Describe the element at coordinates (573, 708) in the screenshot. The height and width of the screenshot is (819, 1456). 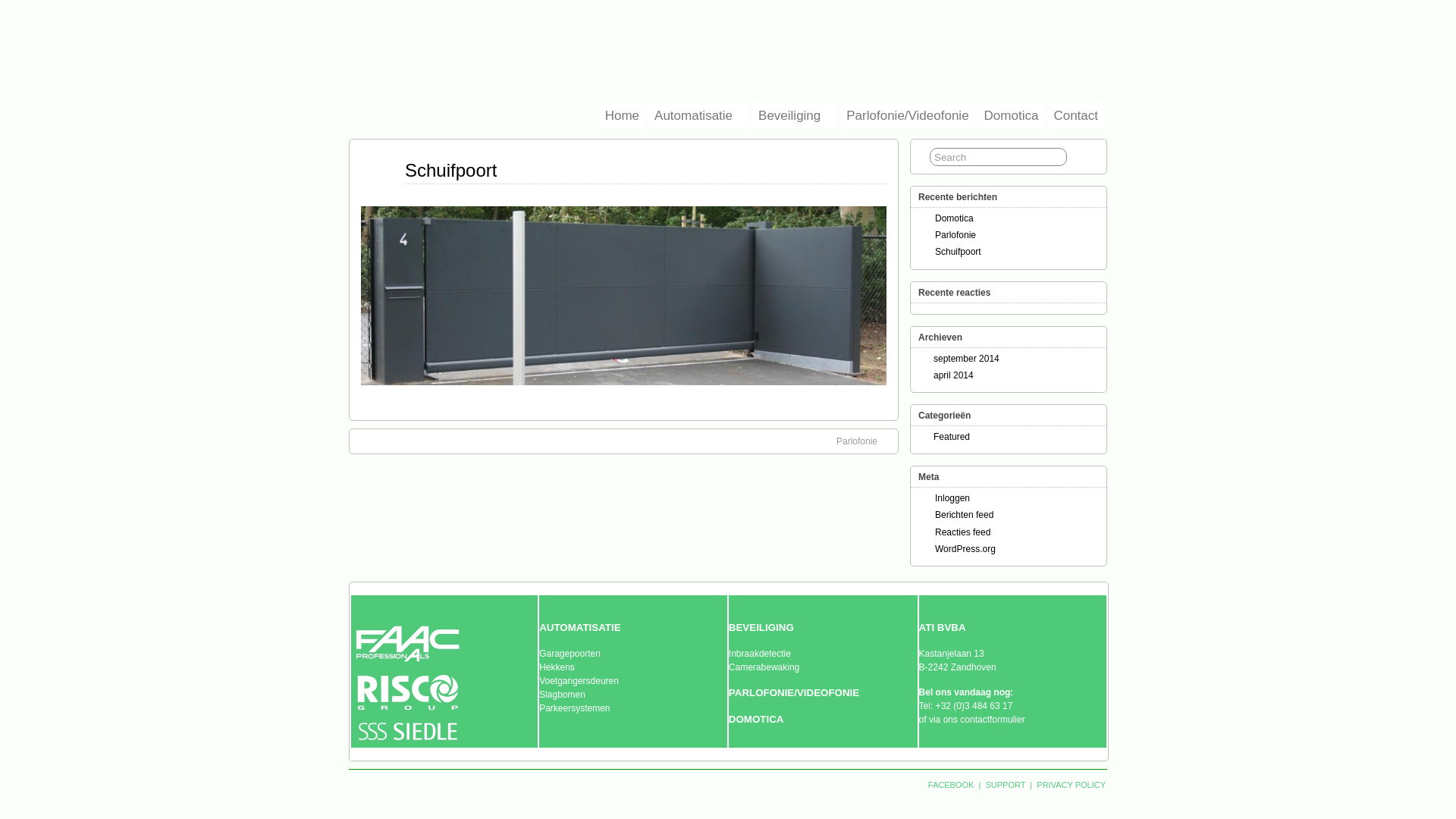
I see `'Parkeersystemen'` at that location.